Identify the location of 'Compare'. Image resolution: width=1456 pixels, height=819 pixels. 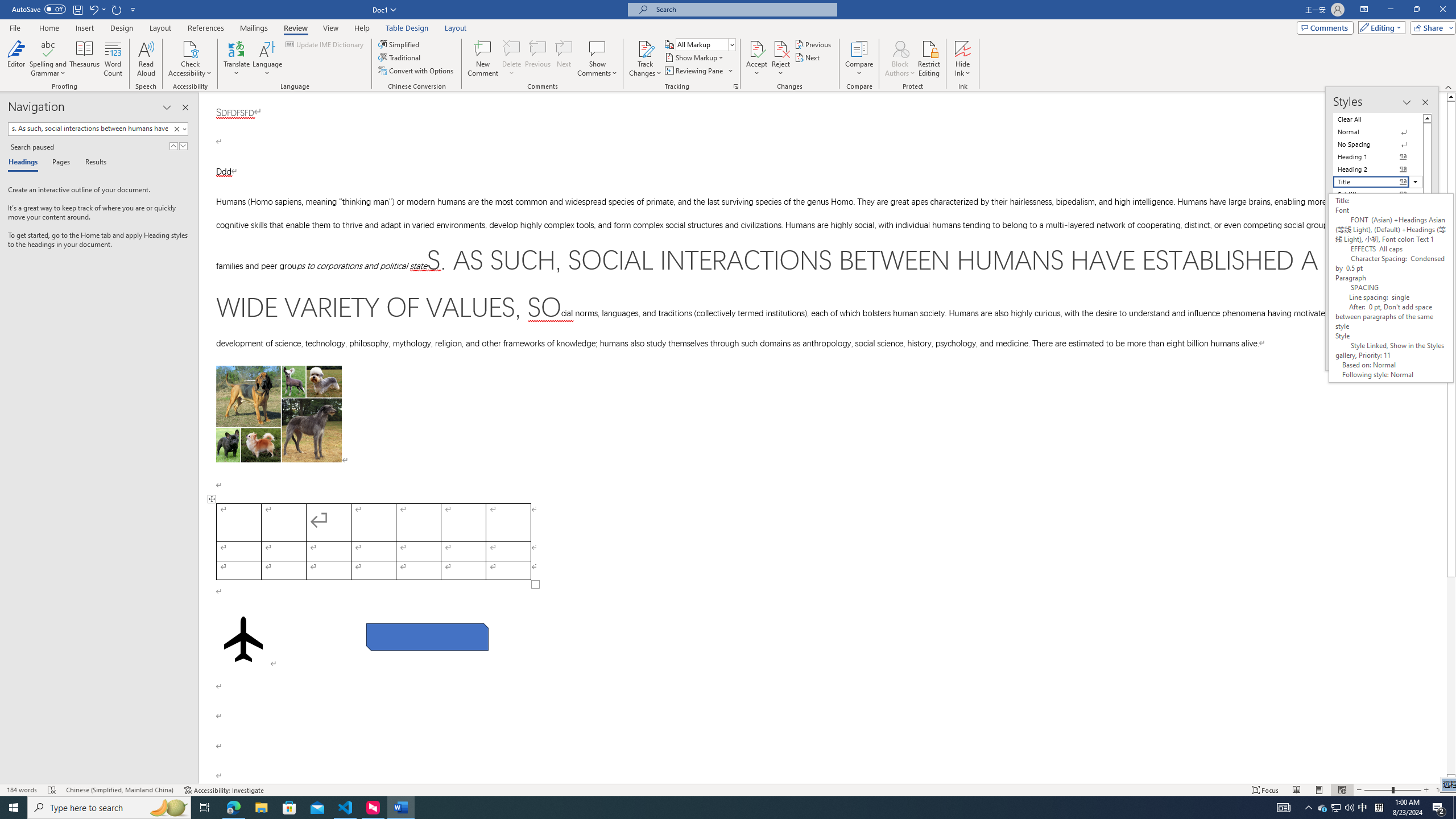
(859, 59).